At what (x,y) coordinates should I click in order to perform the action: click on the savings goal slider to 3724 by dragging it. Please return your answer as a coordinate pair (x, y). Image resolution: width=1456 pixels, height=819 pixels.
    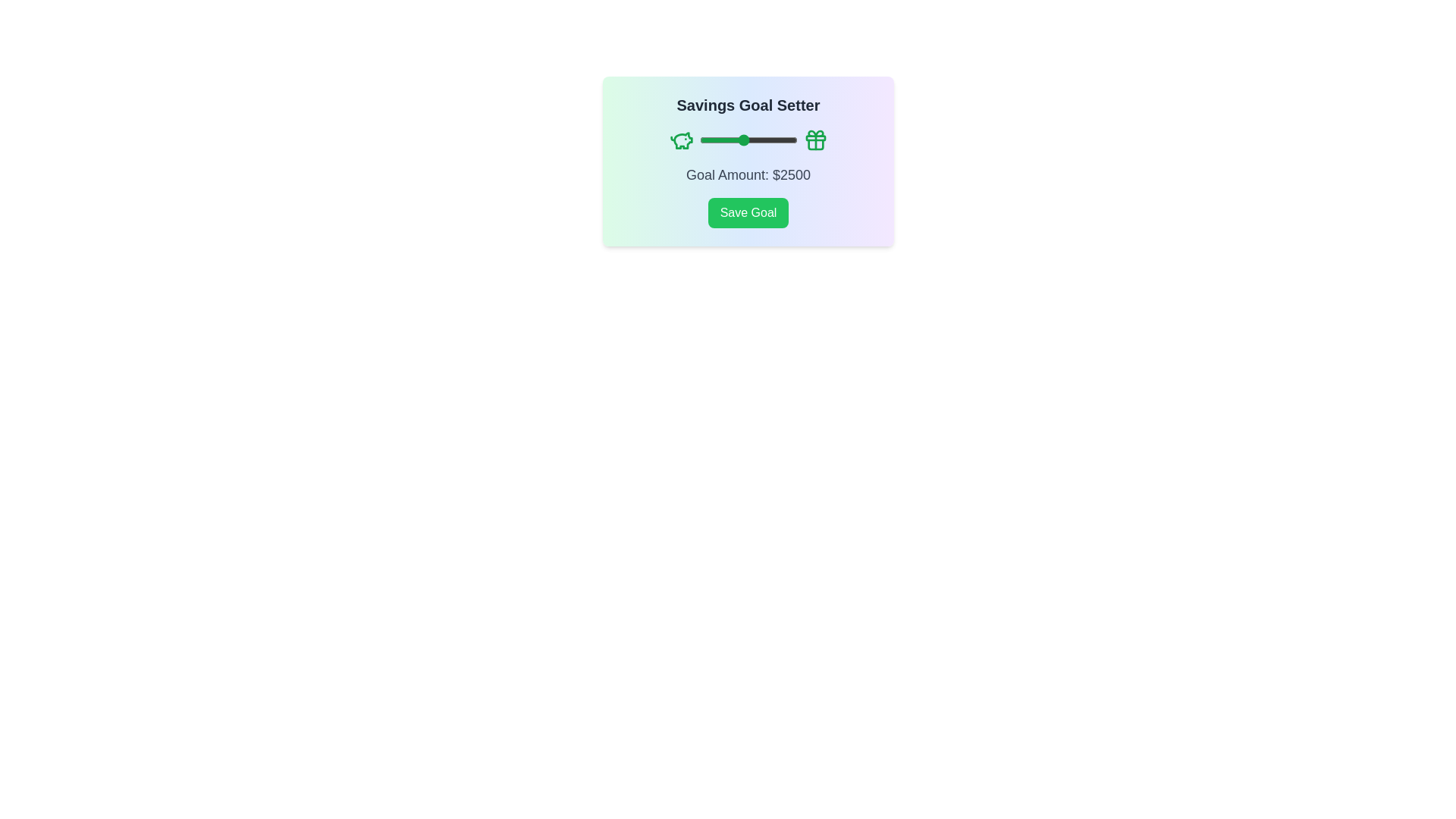
    Looking at the image, I should click on (769, 140).